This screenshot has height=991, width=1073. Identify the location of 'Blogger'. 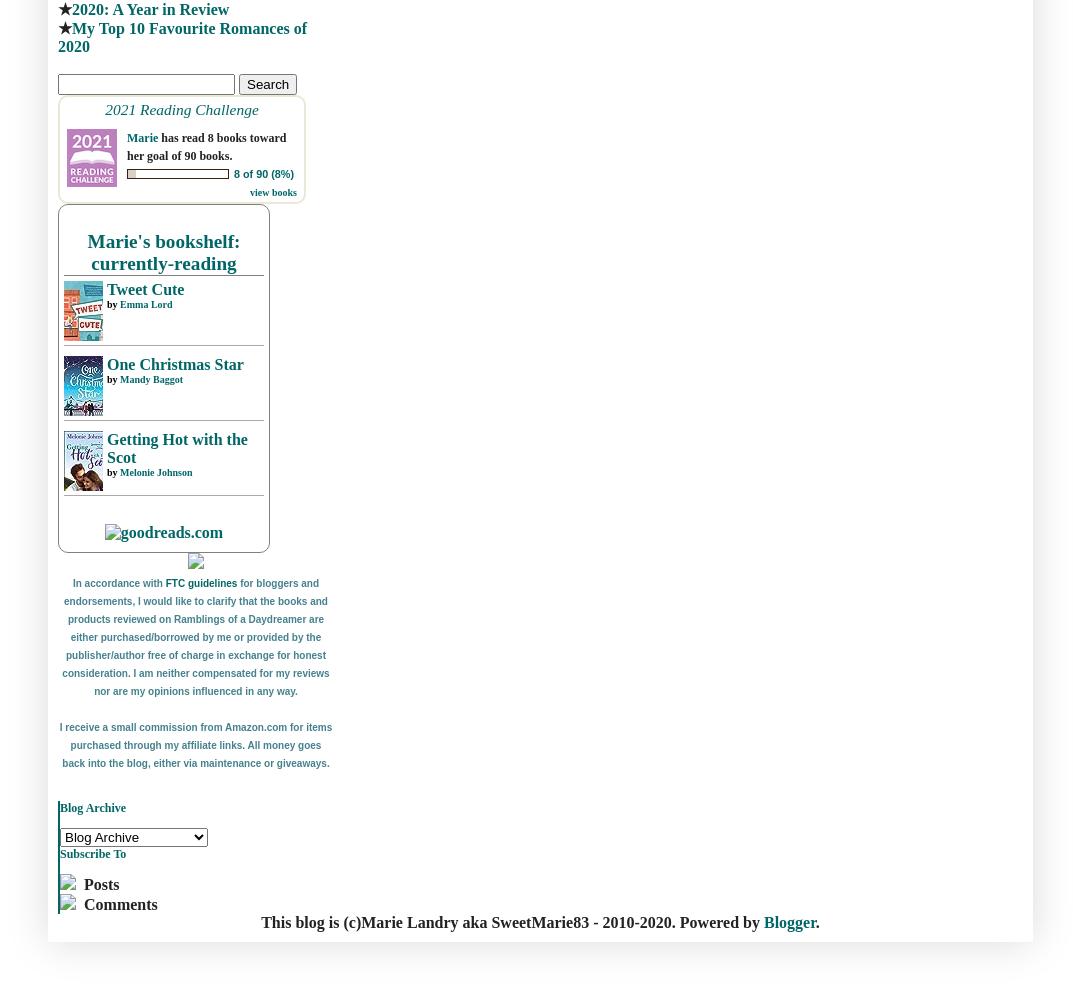
(788, 921).